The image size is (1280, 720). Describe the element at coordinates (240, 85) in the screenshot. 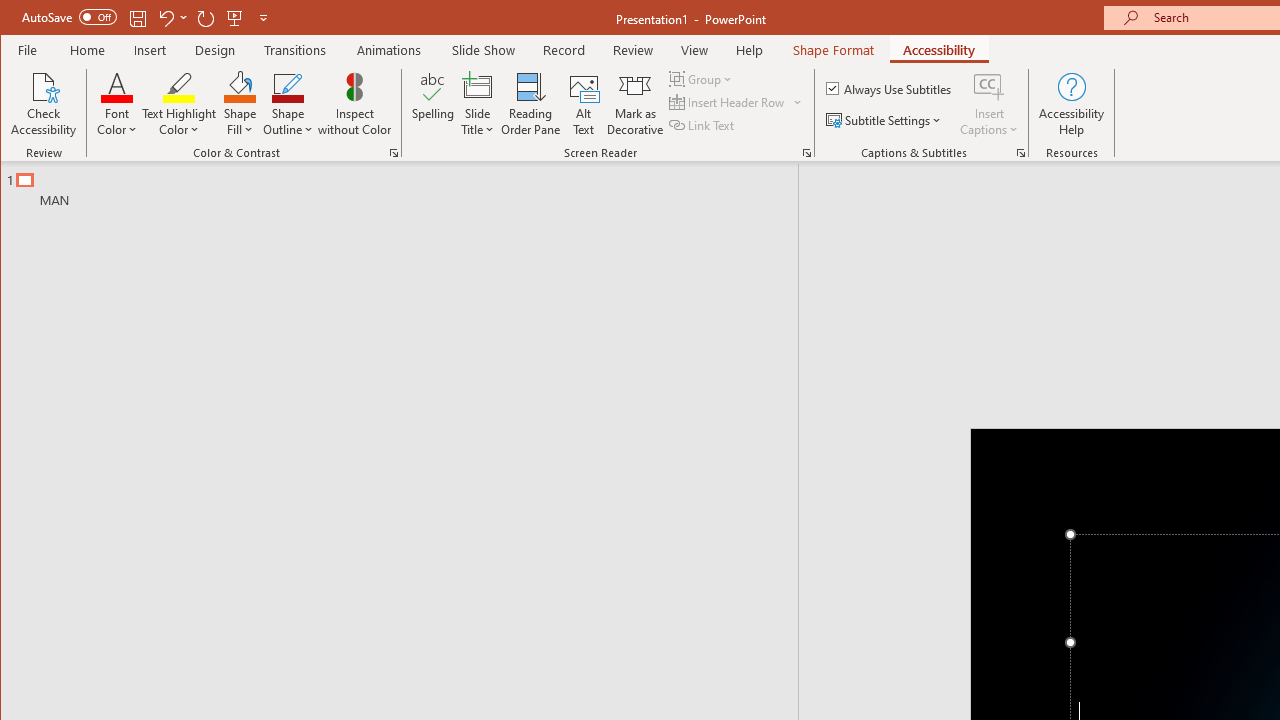

I see `'Shape Fill Orange, Accent 2'` at that location.